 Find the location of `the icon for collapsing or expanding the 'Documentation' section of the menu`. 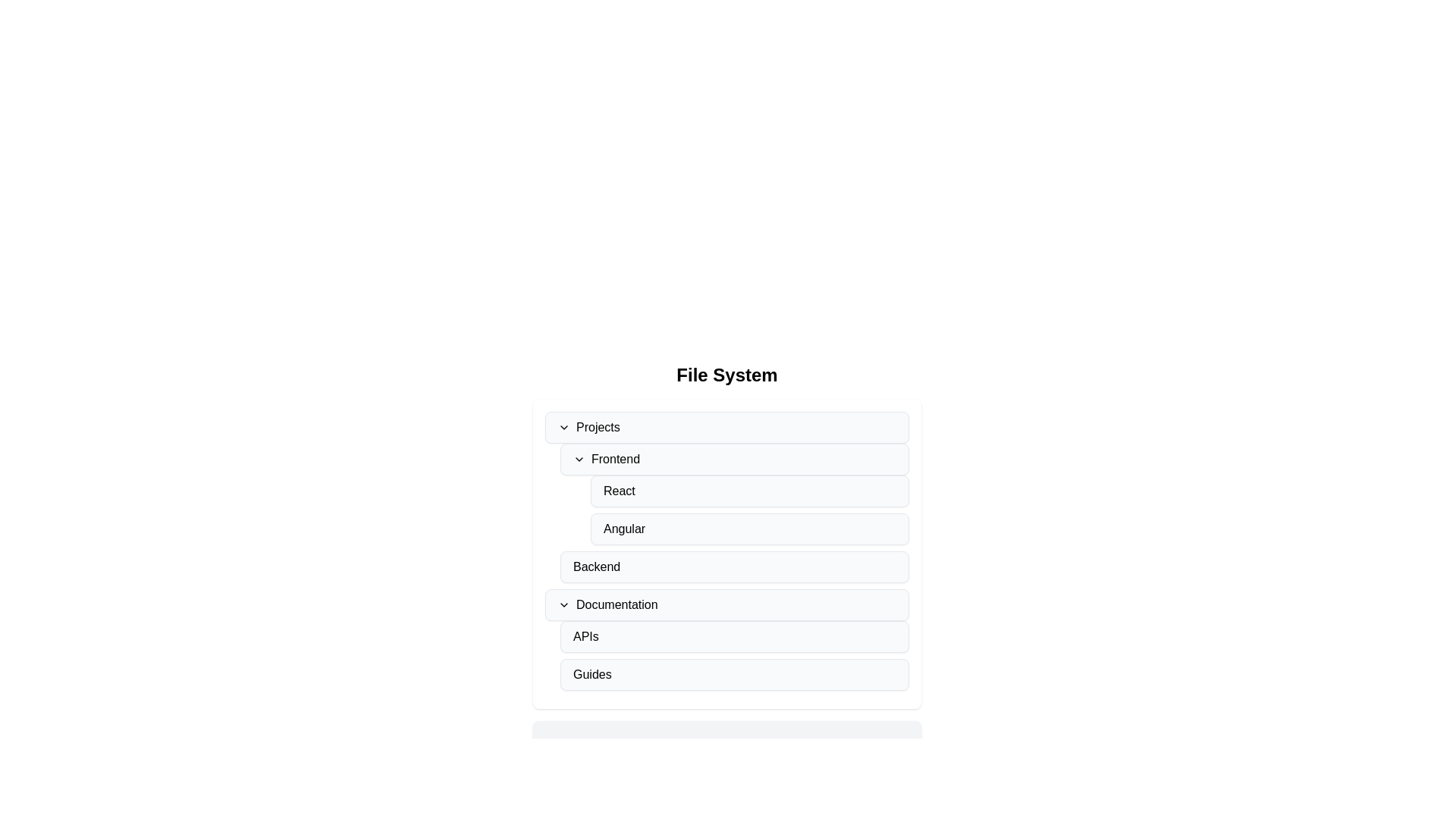

the icon for collapsing or expanding the 'Documentation' section of the menu is located at coordinates (563, 604).